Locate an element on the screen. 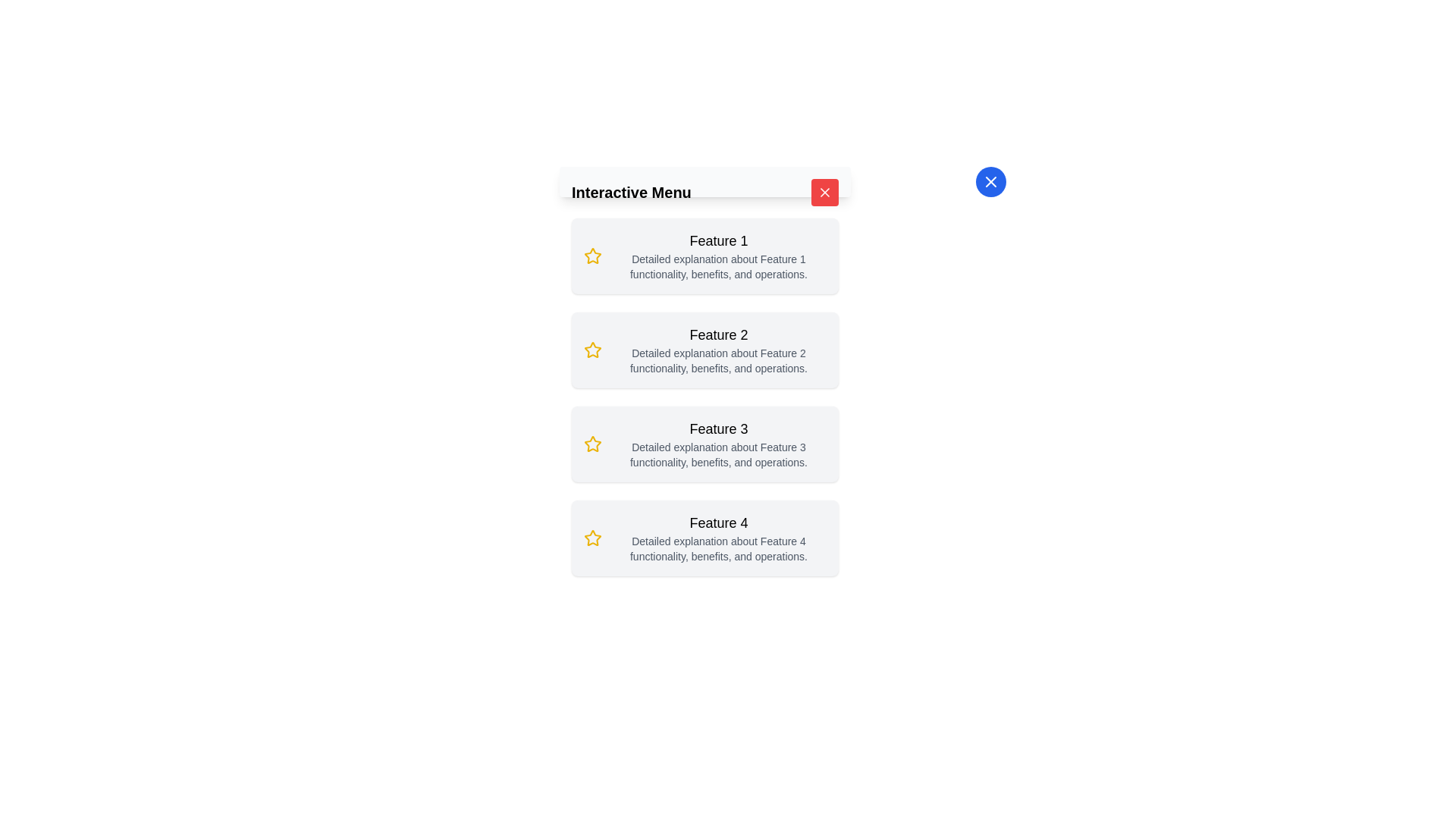 The width and height of the screenshot is (1456, 819). the first Textual Content Block in the 'Interactive Menu' that provides an overview of 'Feature 1', which is contained within a light gray rectangular card with rounded corners is located at coordinates (718, 256).